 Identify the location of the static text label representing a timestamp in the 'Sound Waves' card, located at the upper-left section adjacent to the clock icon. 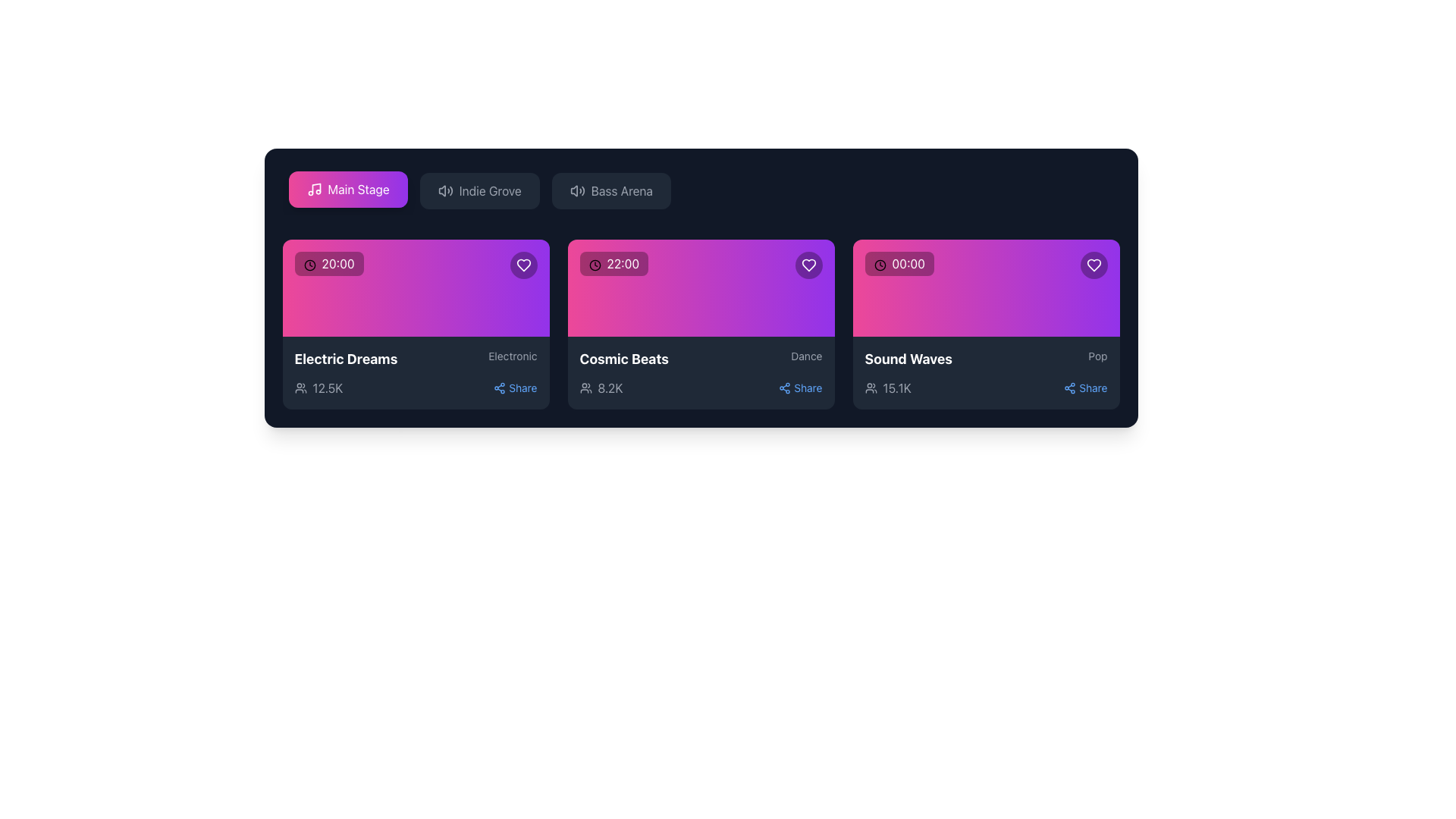
(908, 262).